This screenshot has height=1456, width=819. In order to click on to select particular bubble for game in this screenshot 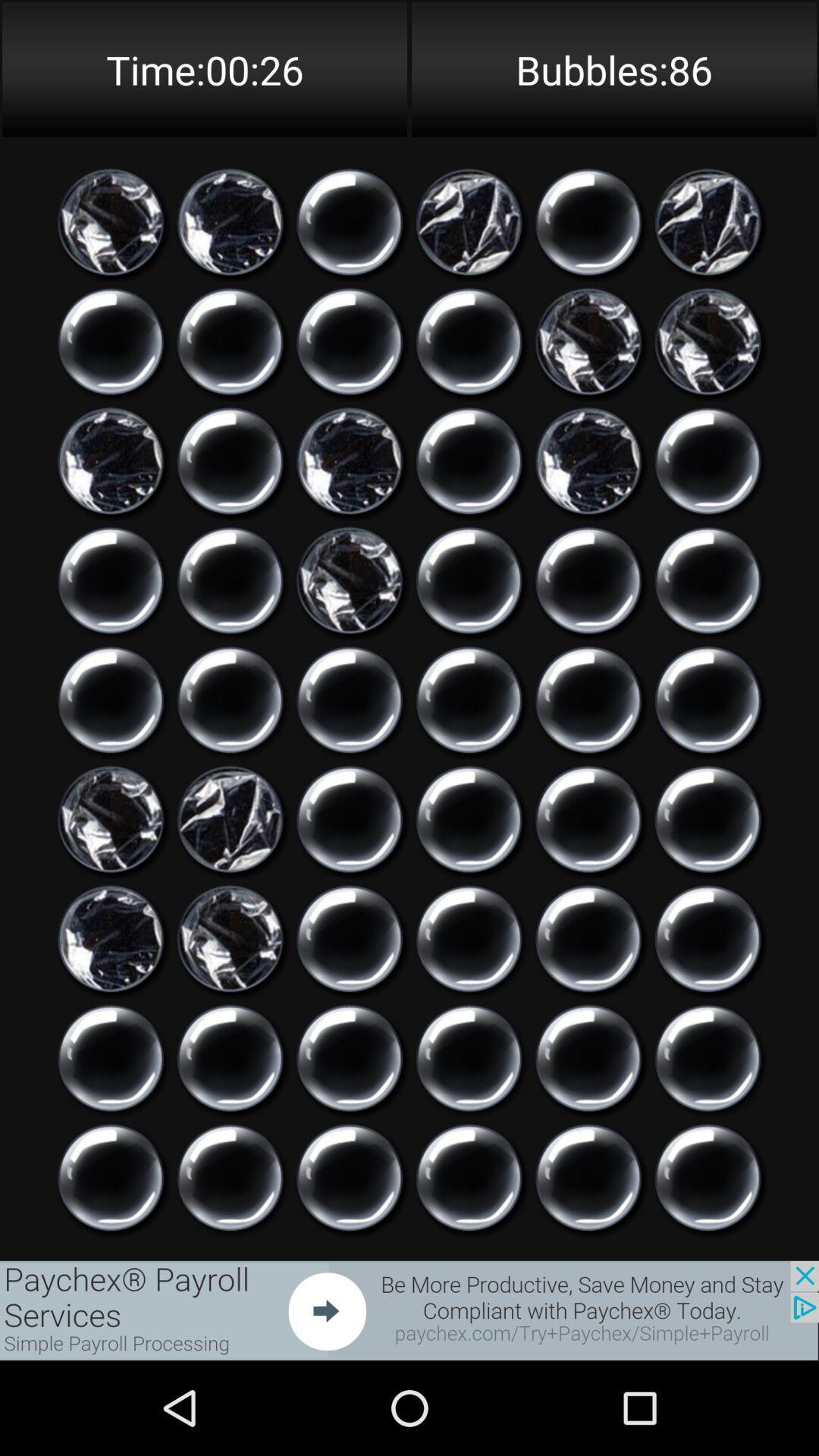, I will do `click(110, 221)`.